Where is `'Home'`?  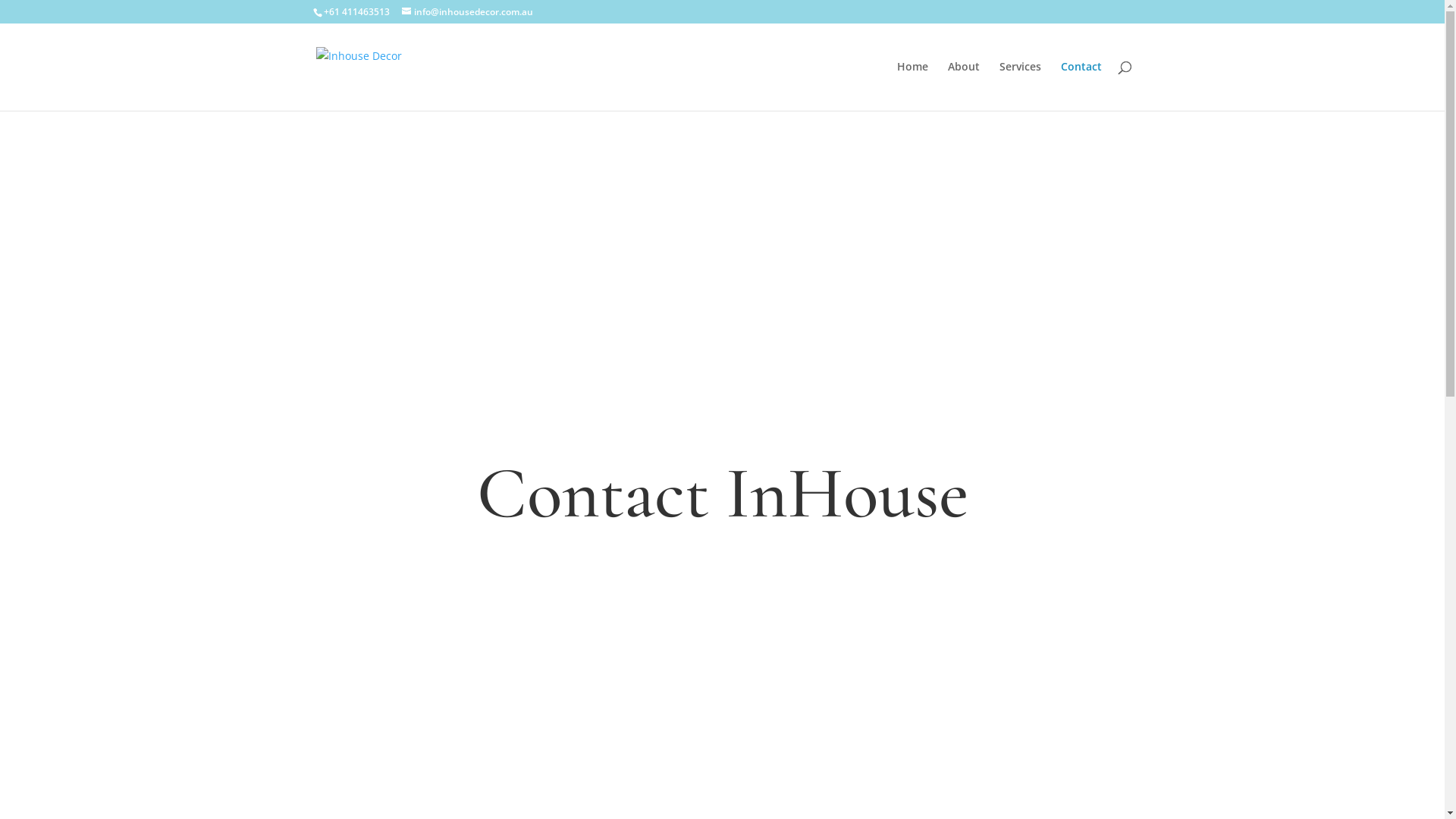 'Home' is located at coordinates (911, 86).